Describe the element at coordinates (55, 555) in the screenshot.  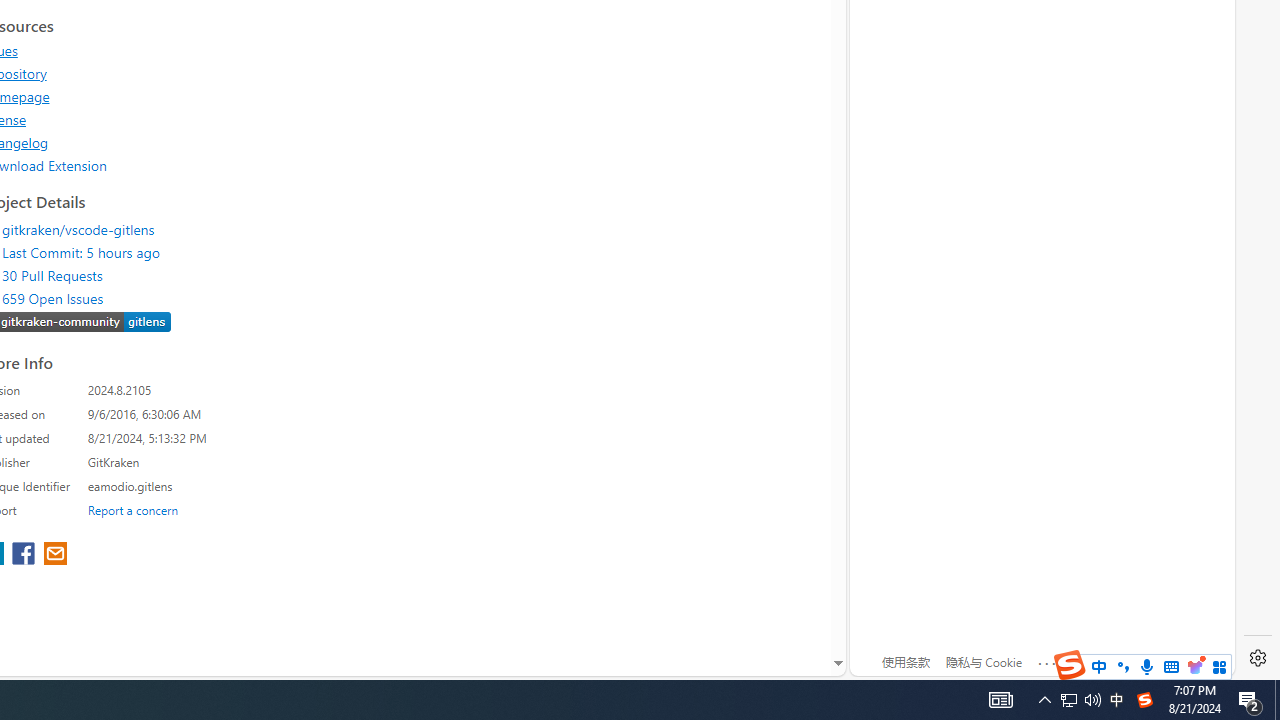
I see `'share extension on email'` at that location.